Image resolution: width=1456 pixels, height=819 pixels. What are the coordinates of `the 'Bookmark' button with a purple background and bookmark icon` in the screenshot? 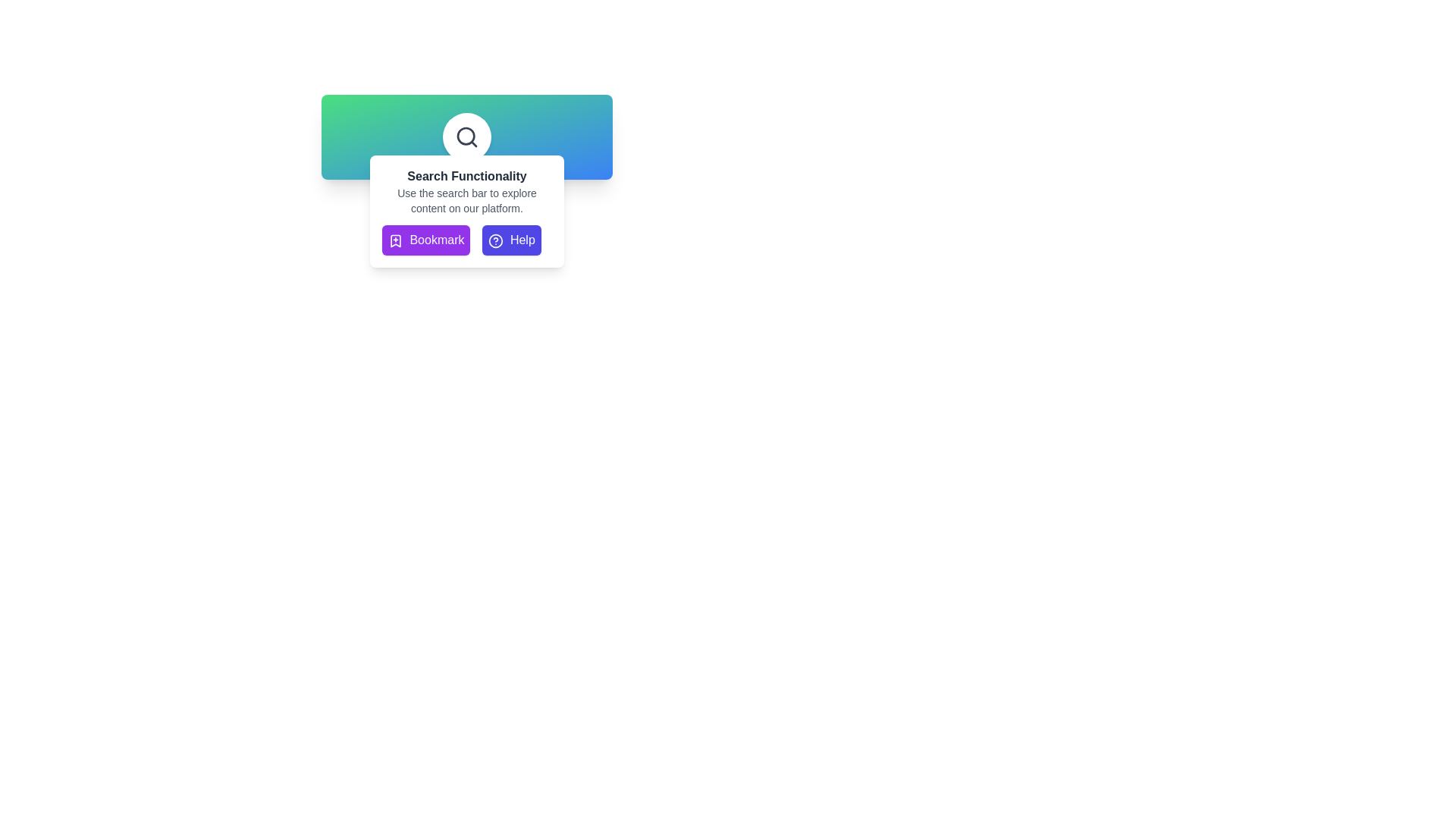 It's located at (466, 239).